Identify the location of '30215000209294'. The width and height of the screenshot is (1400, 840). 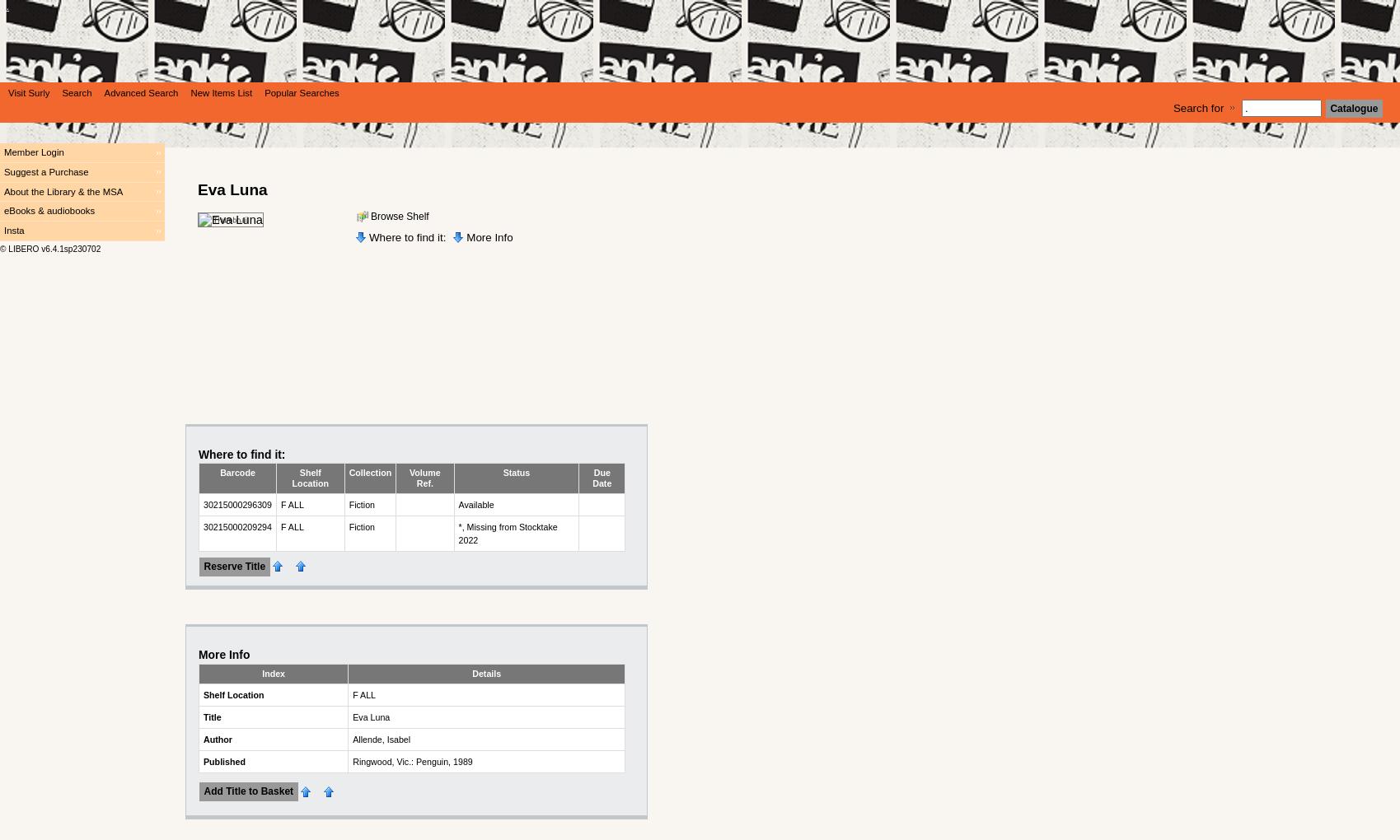
(236, 526).